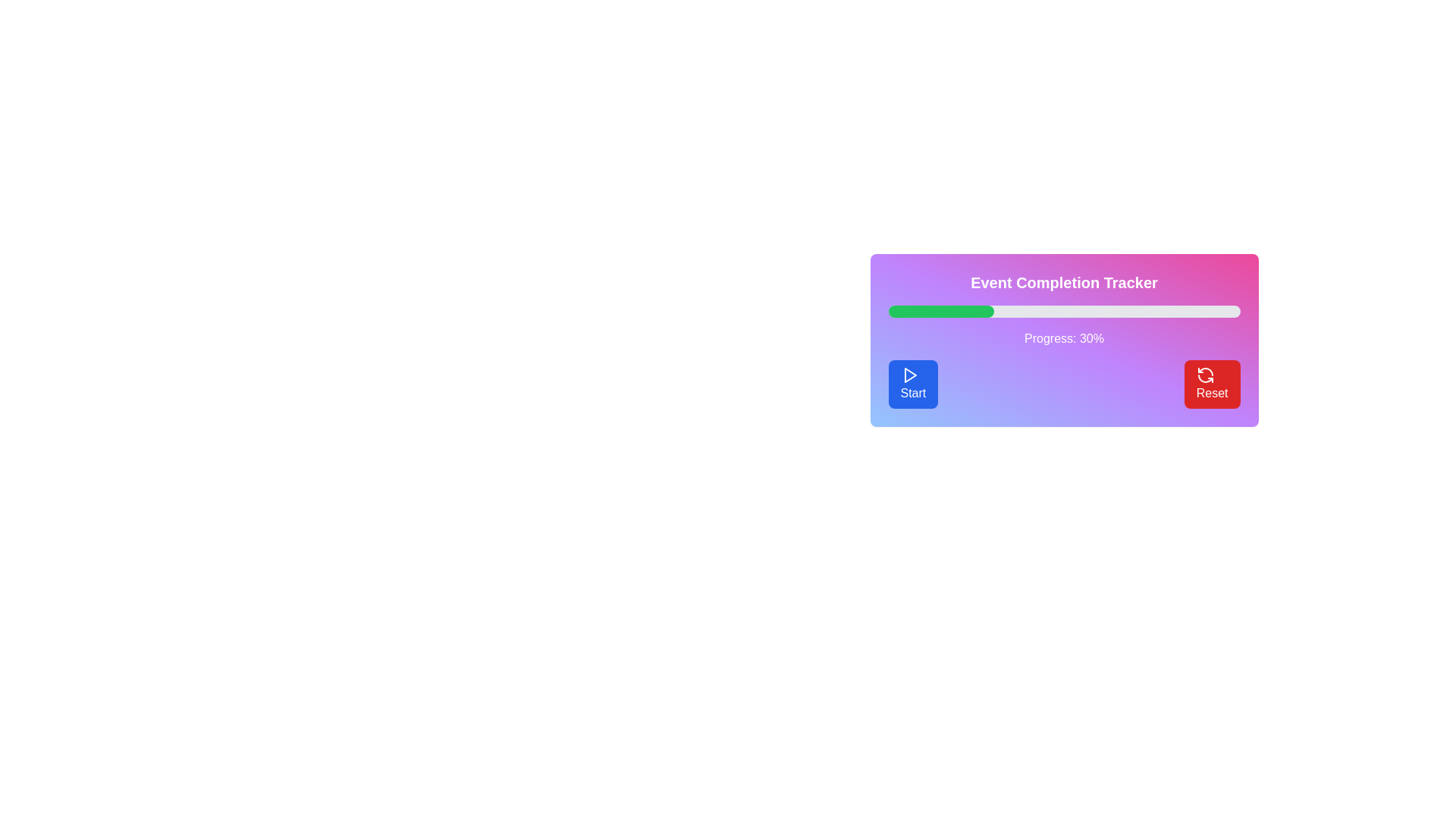 Image resolution: width=1456 pixels, height=819 pixels. Describe the element at coordinates (940, 311) in the screenshot. I see `the Progress bar segment that visually represents 30% completion of a task, located in the upper center of the card labeled 'Progress: 30%.'` at that location.